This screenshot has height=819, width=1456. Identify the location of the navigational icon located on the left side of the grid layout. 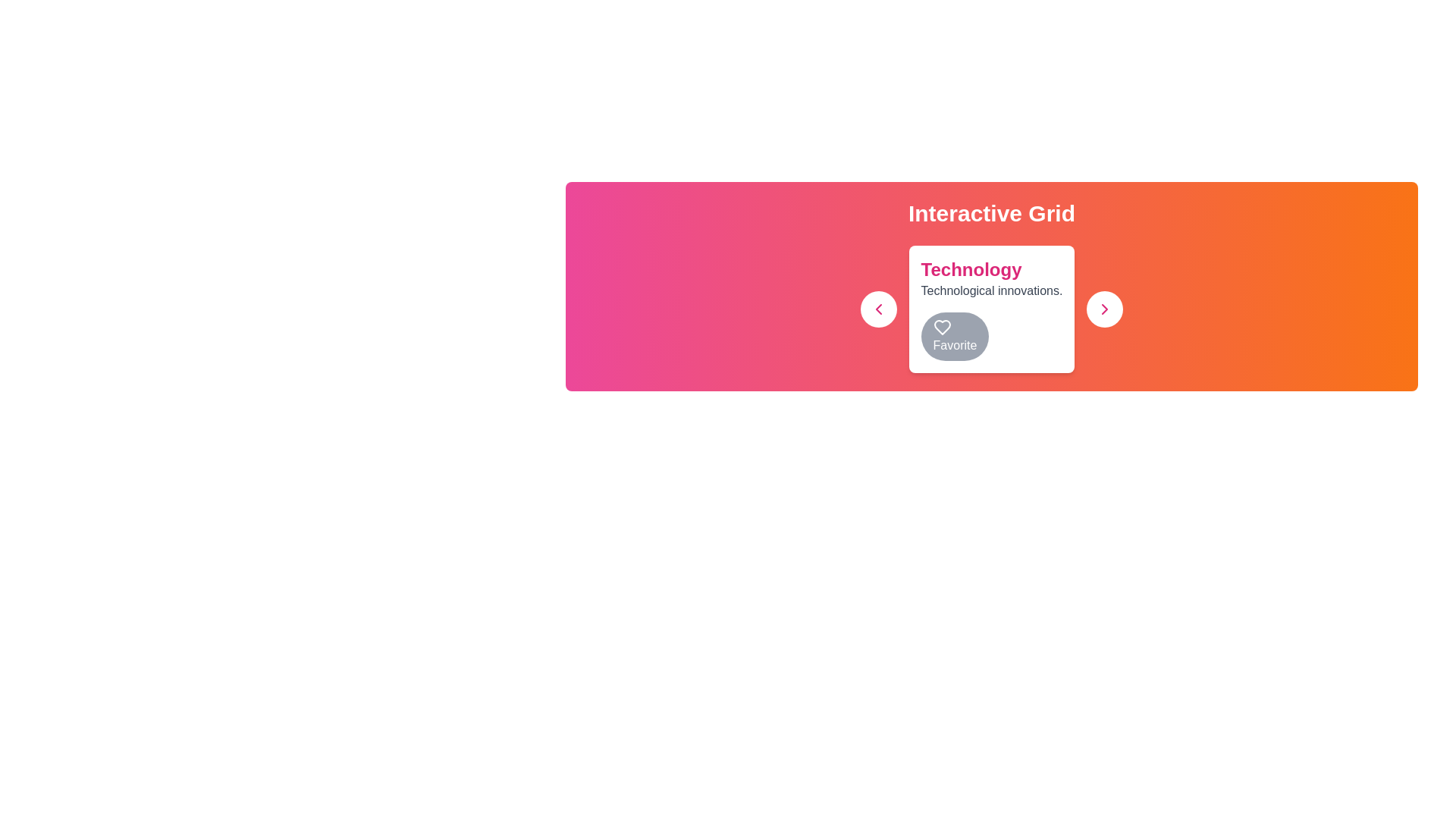
(878, 309).